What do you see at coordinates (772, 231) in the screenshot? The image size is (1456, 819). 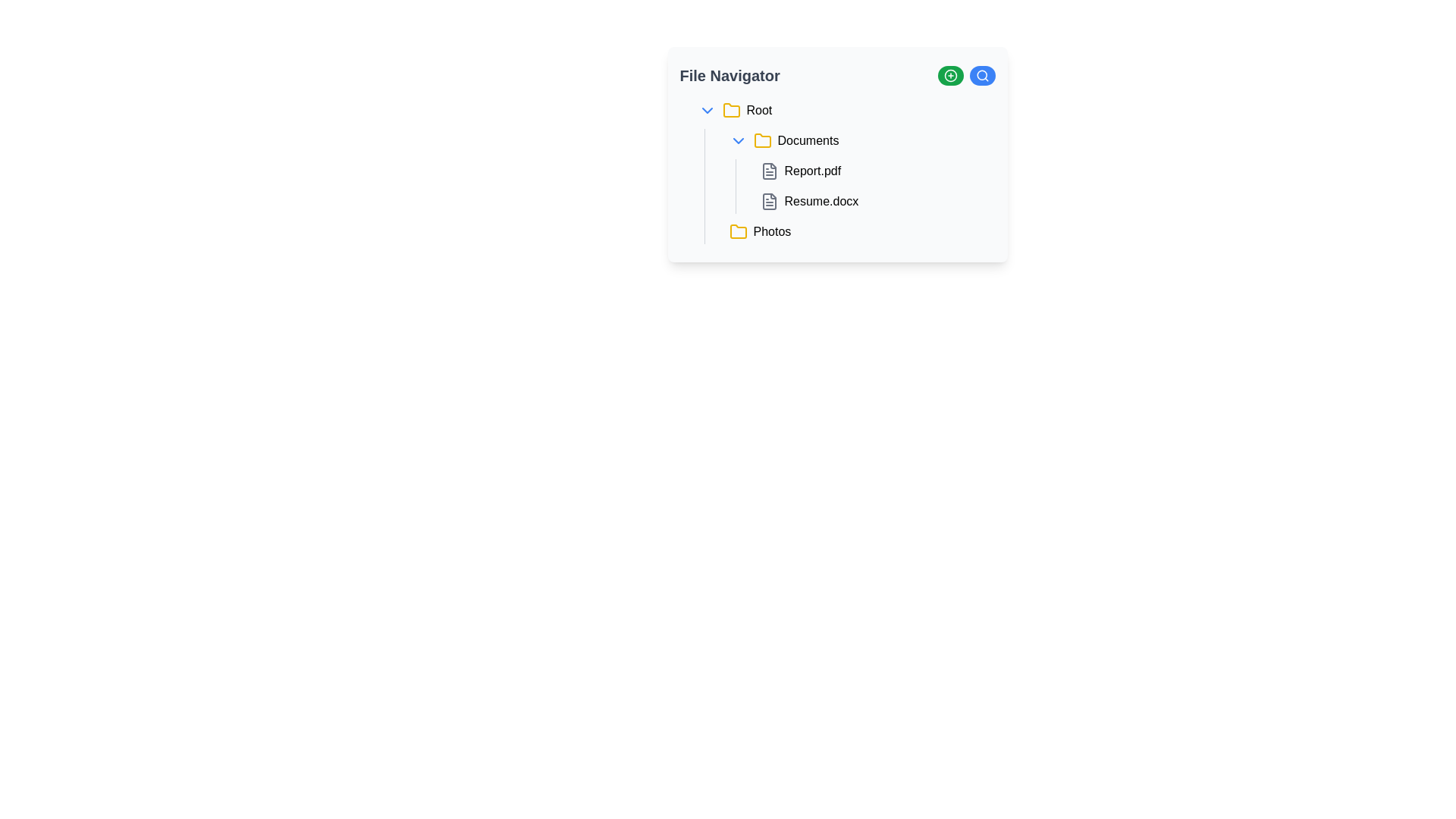 I see `the 'Photos' text label in the File Navigator` at bounding box center [772, 231].